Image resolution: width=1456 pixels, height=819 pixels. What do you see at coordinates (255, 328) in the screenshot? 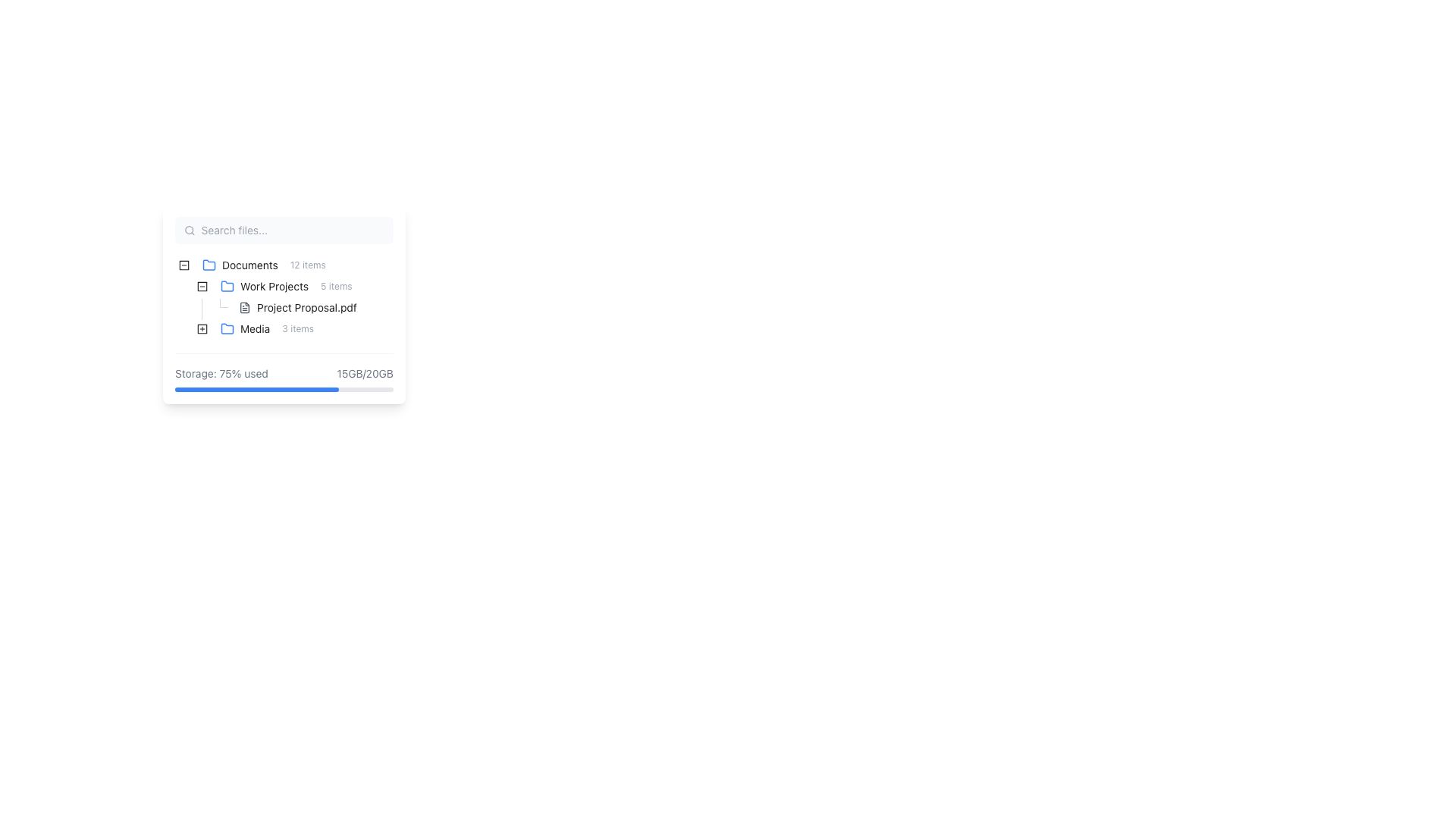
I see `the 'Media' text label, which is bold black and part of a file navigation interface, located between the folder icon and the '3 items' text` at bounding box center [255, 328].